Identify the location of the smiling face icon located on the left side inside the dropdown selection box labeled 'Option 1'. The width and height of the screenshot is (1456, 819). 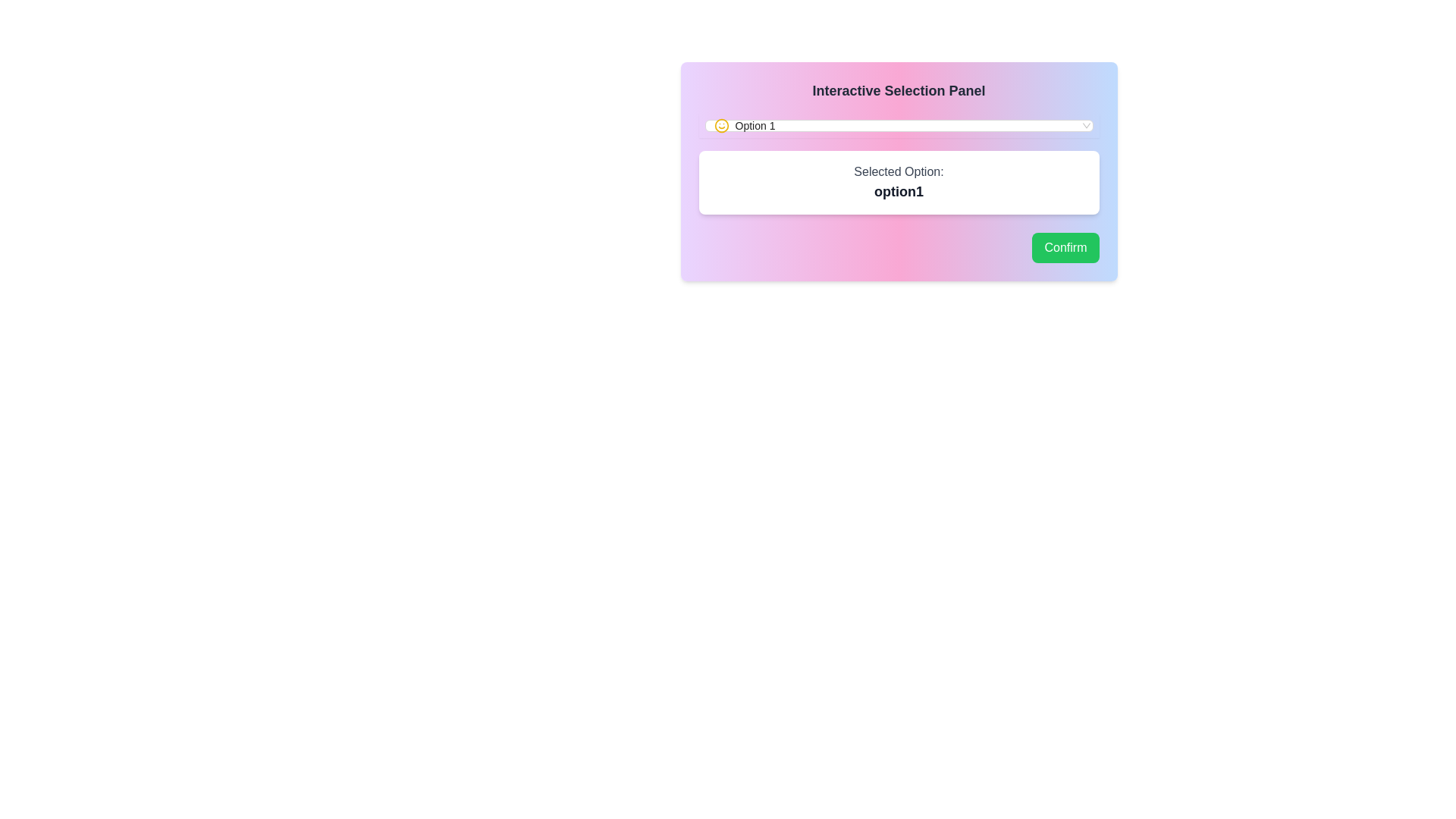
(720, 124).